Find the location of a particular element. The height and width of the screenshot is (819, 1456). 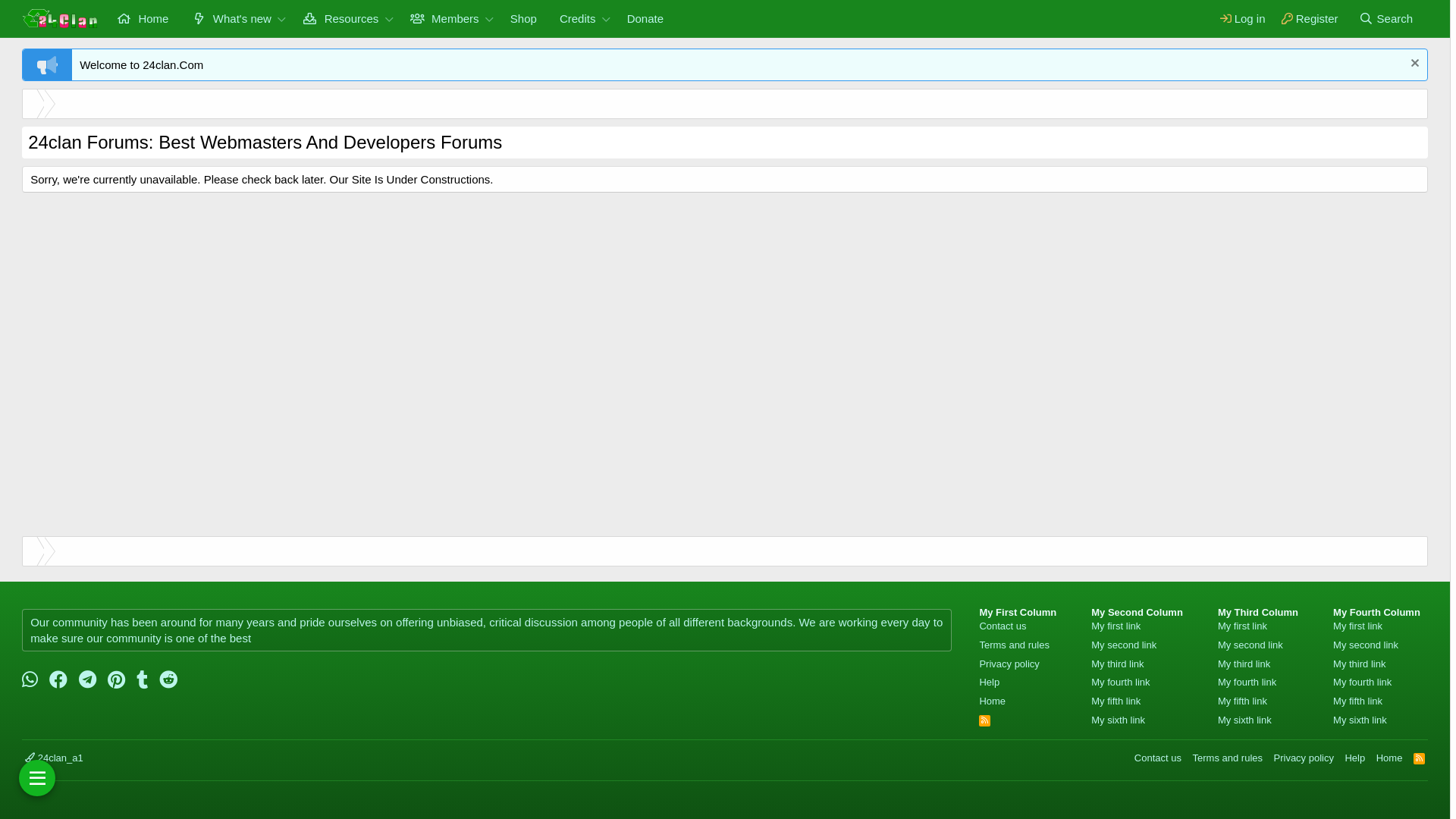

'Shop' is located at coordinates (523, 18).